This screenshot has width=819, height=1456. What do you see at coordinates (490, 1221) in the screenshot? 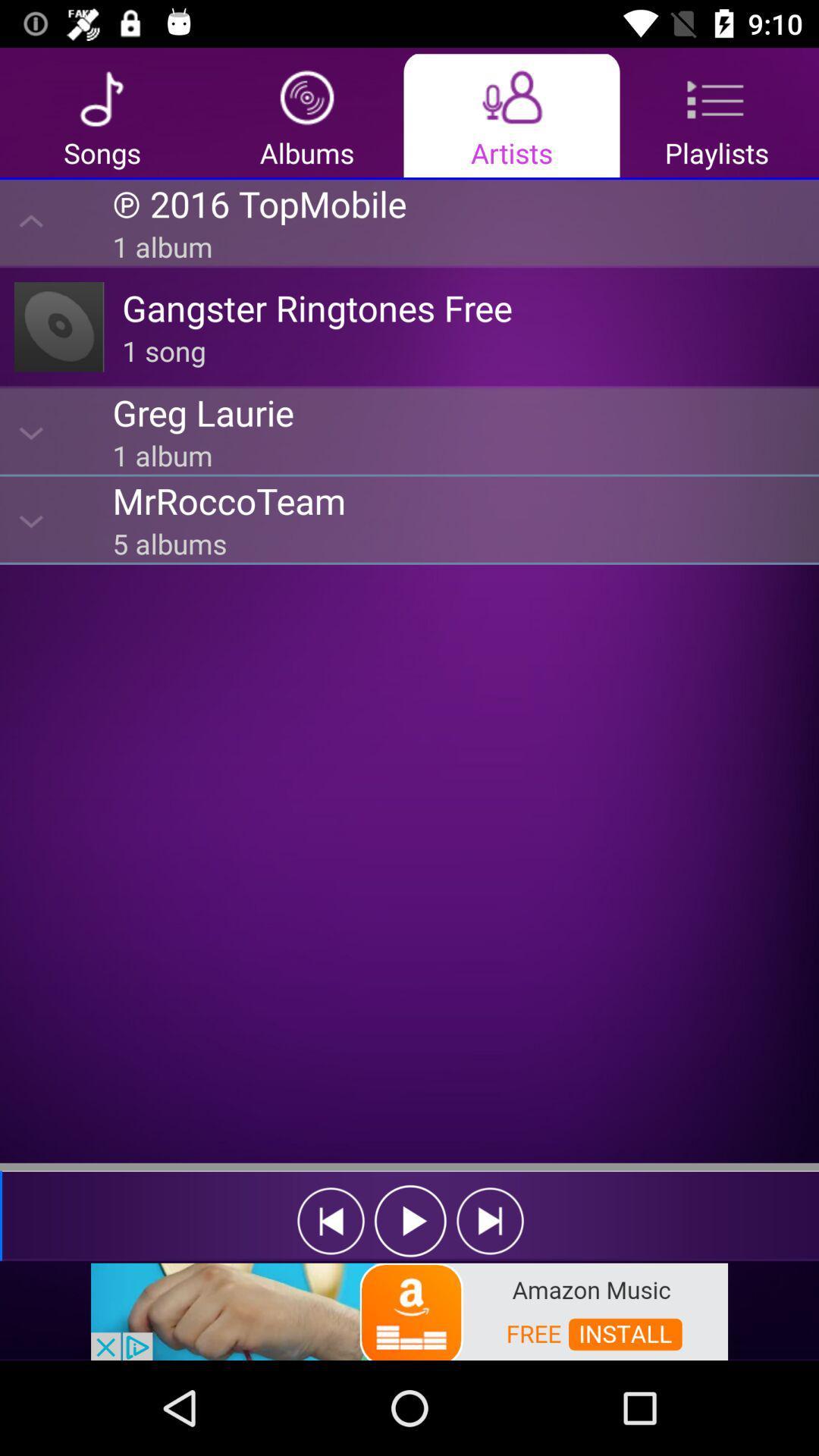
I see `next option` at bounding box center [490, 1221].